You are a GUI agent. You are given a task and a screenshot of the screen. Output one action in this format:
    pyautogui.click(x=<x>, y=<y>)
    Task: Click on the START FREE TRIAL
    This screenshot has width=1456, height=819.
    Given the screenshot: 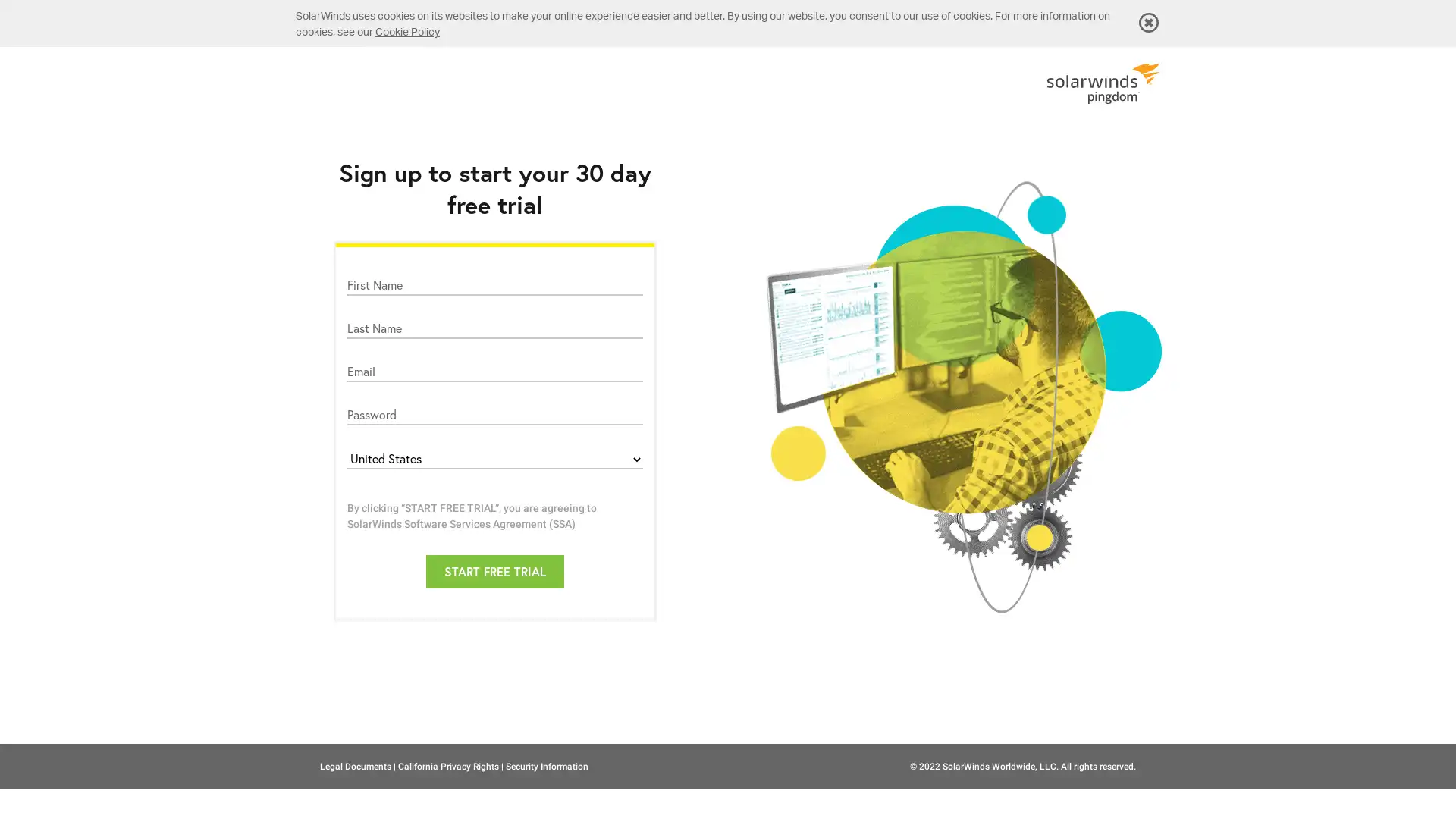 What is the action you would take?
    pyautogui.click(x=494, y=571)
    